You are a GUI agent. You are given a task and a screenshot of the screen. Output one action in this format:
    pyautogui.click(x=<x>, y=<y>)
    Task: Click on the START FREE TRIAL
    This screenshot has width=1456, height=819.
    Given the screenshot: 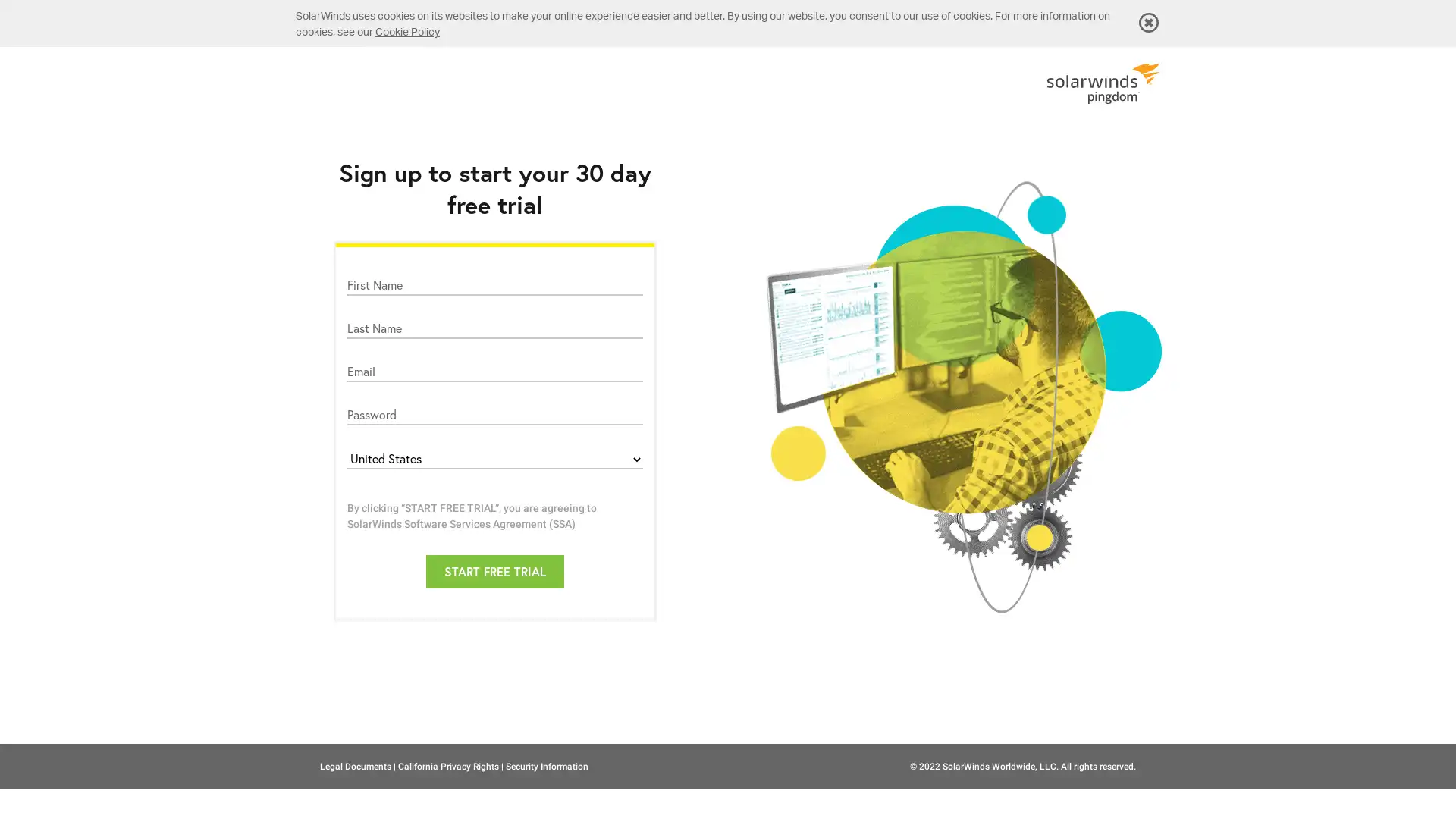 What is the action you would take?
    pyautogui.click(x=494, y=571)
    